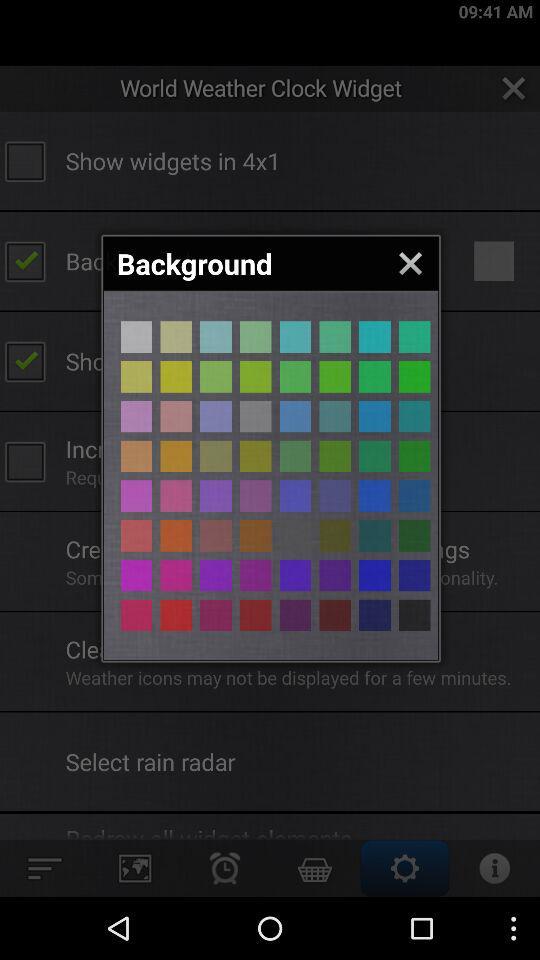  What do you see at coordinates (176, 495) in the screenshot?
I see `app background color picker` at bounding box center [176, 495].